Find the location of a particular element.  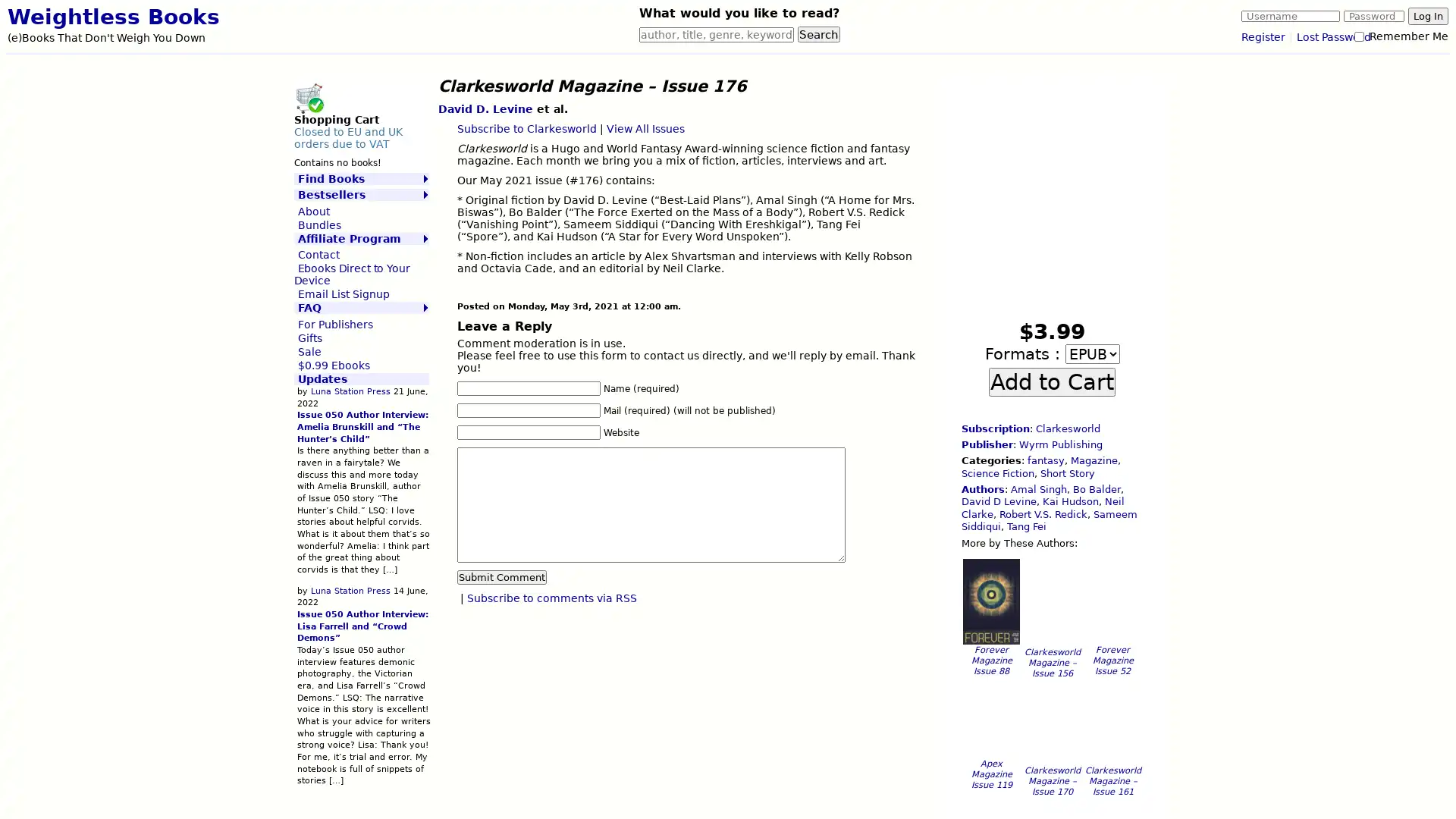

Log In is located at coordinates (1427, 16).